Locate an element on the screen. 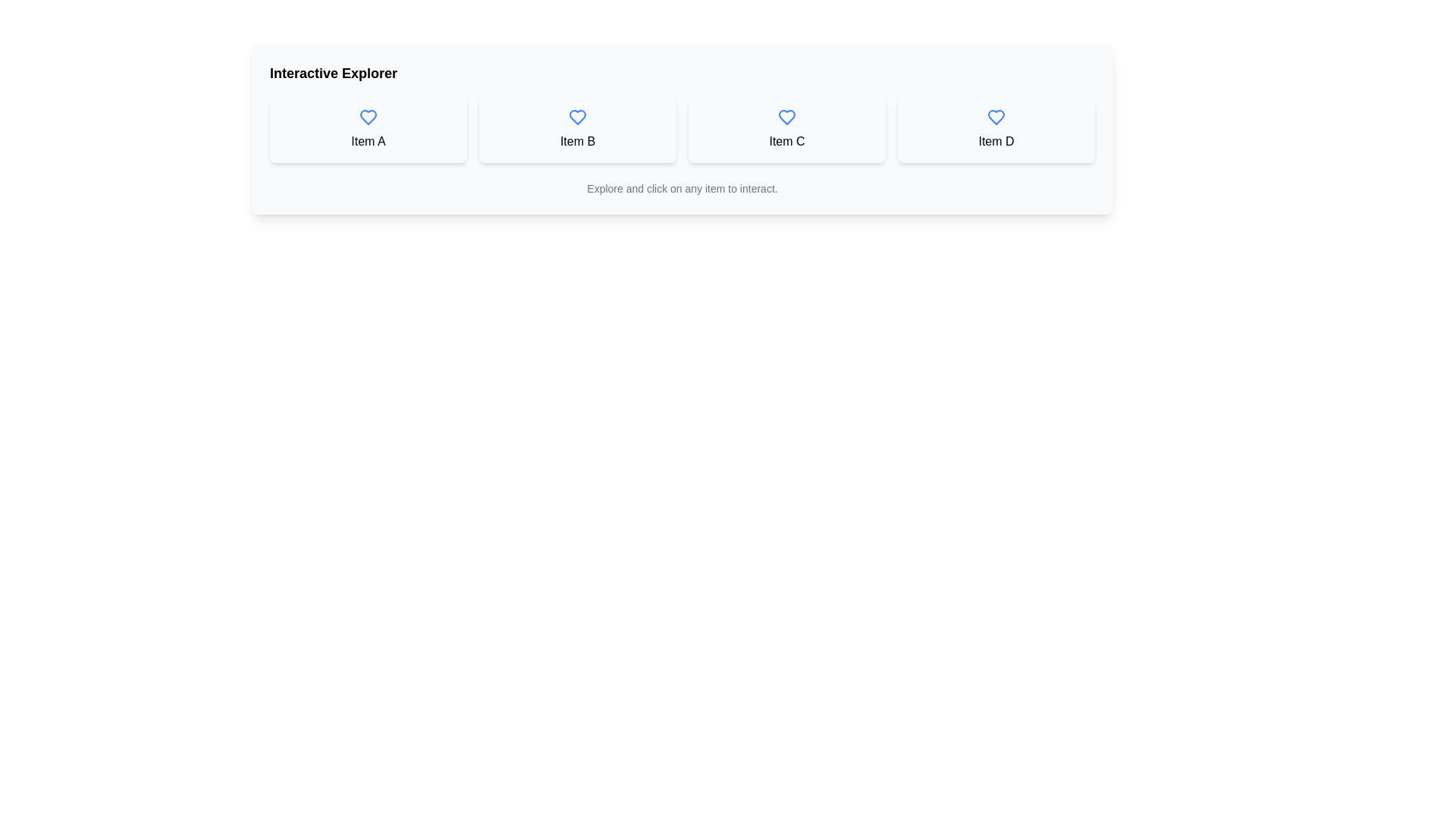 Image resolution: width=1456 pixels, height=819 pixels. the heart icon located at the top-left of the card titled 'Item A' is located at coordinates (368, 116).